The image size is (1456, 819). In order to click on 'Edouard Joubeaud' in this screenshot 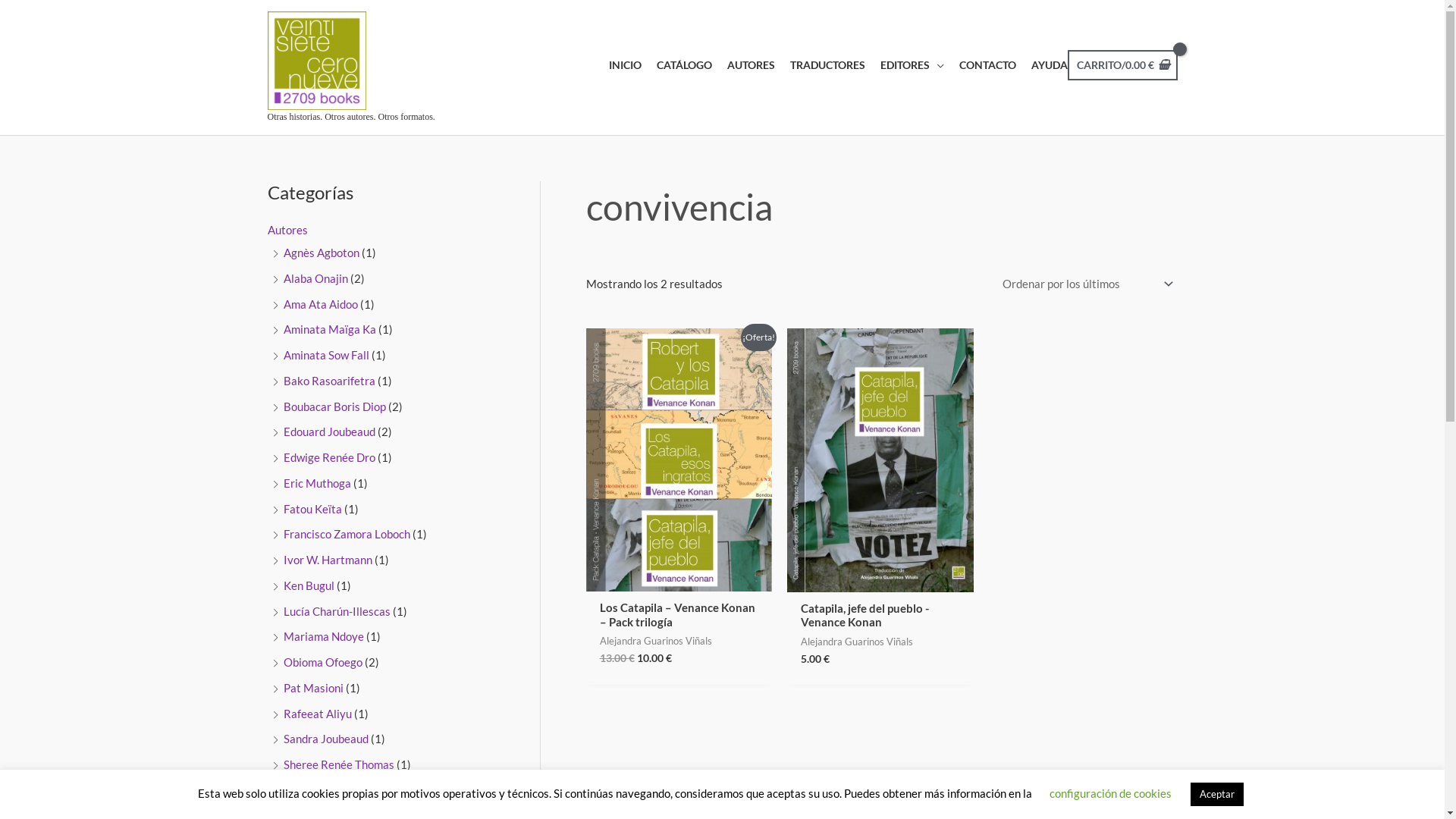, I will do `click(284, 431)`.